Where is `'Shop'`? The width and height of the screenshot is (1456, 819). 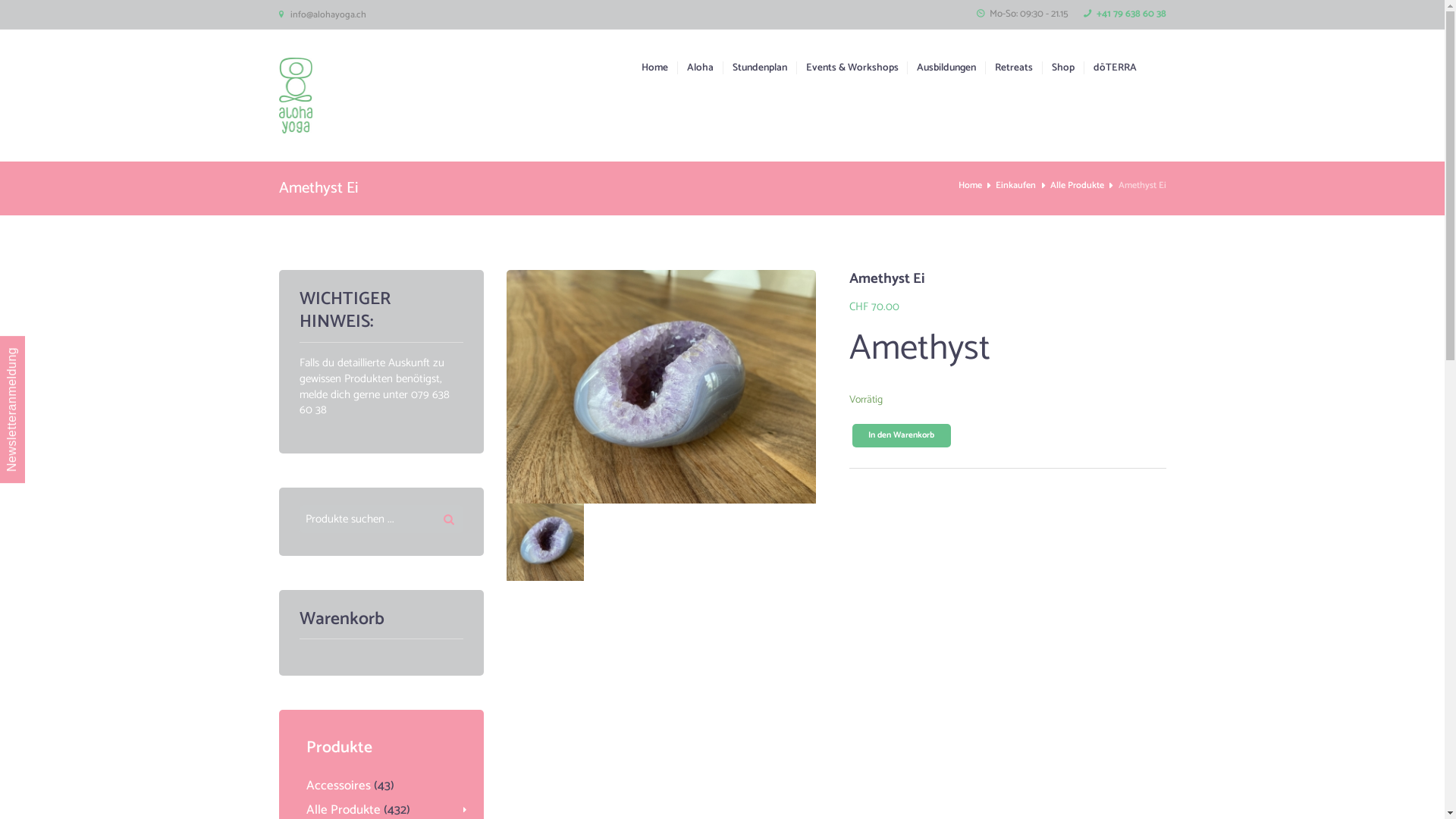
'Shop' is located at coordinates (1040, 67).